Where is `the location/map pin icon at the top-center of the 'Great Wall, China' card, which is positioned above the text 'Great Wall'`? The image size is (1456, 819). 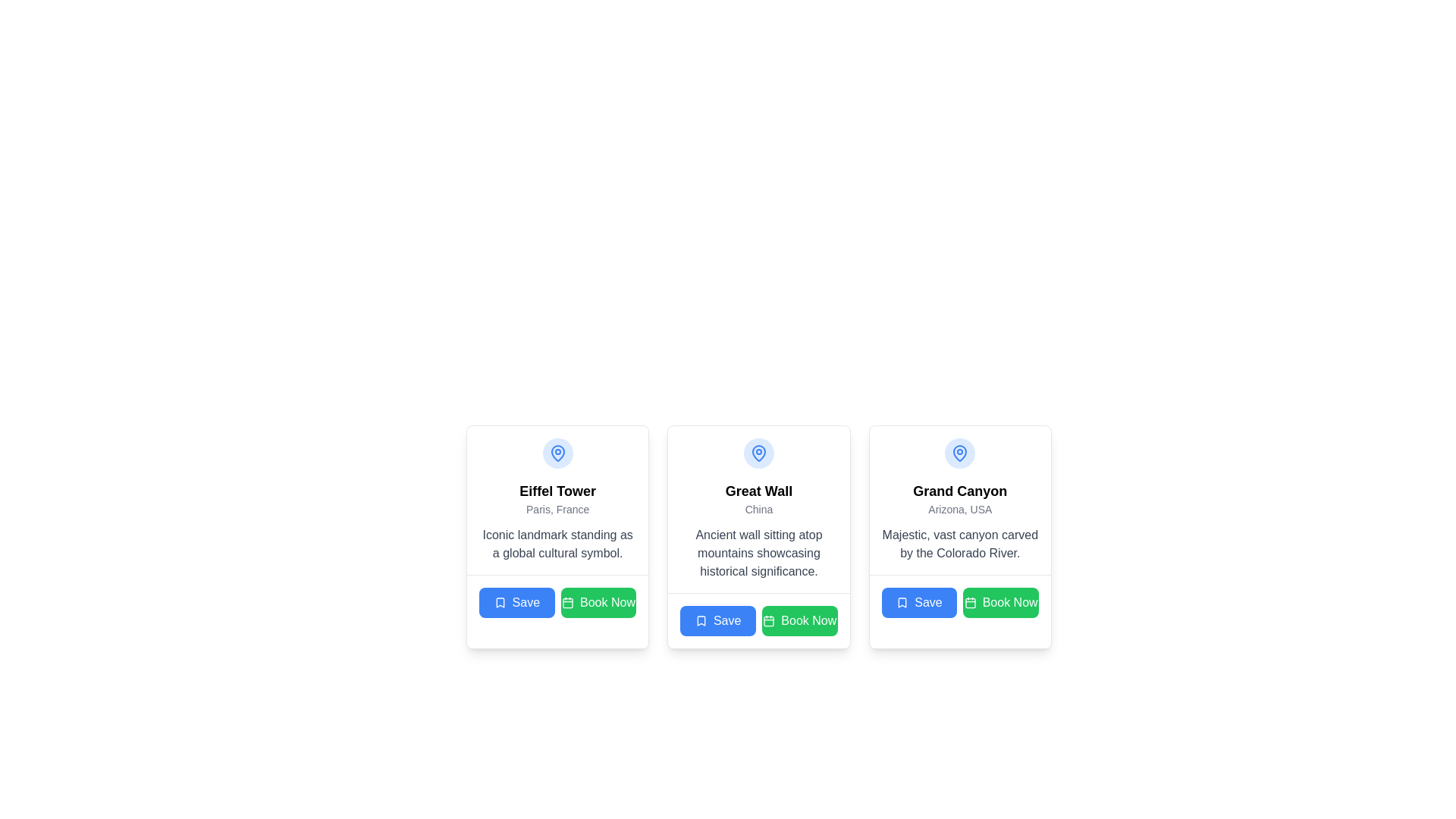 the location/map pin icon at the top-center of the 'Great Wall, China' card, which is positioned above the text 'Great Wall' is located at coordinates (758, 452).